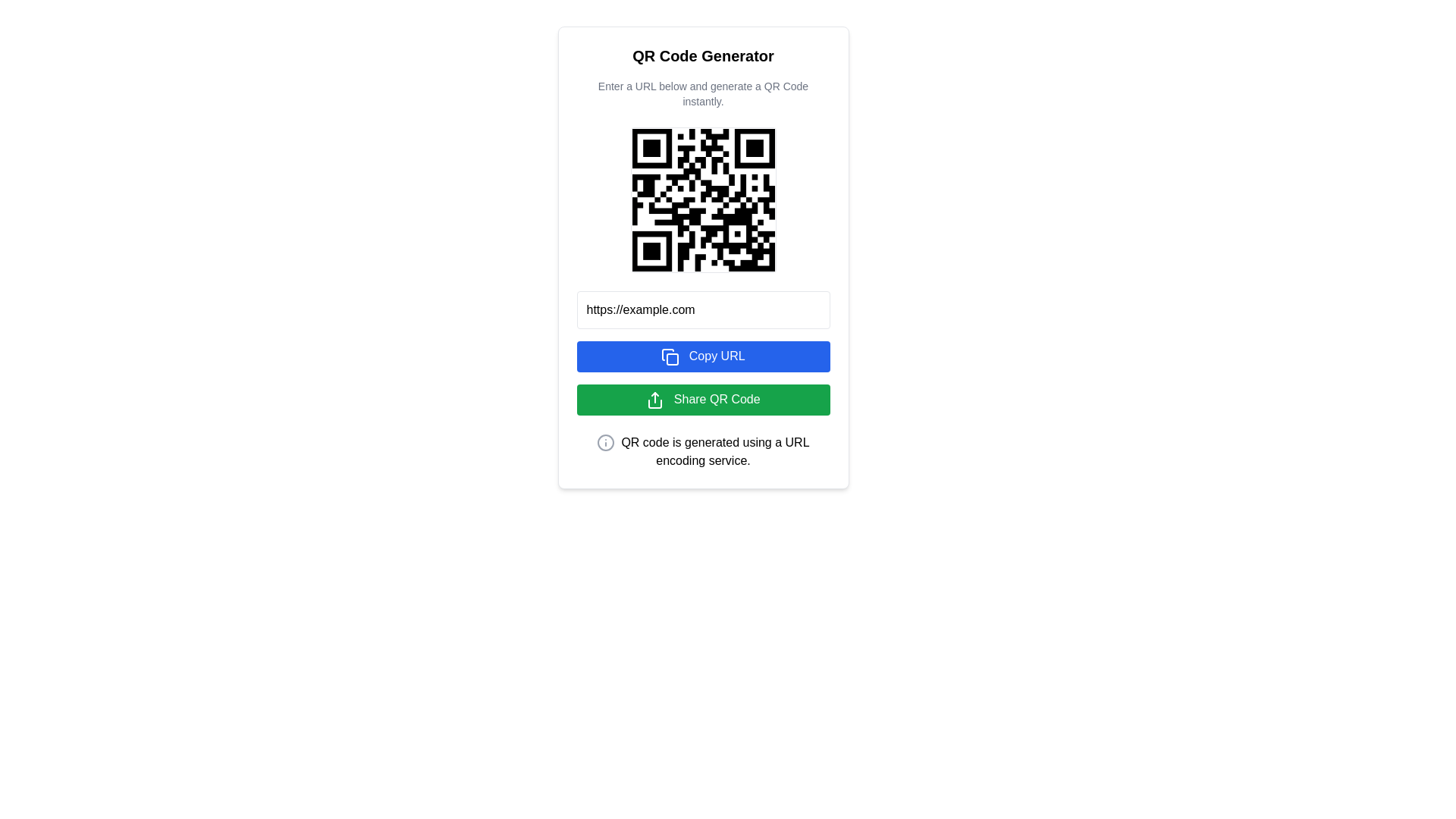 The image size is (1456, 819). I want to click on the QR code image, so click(702, 199).